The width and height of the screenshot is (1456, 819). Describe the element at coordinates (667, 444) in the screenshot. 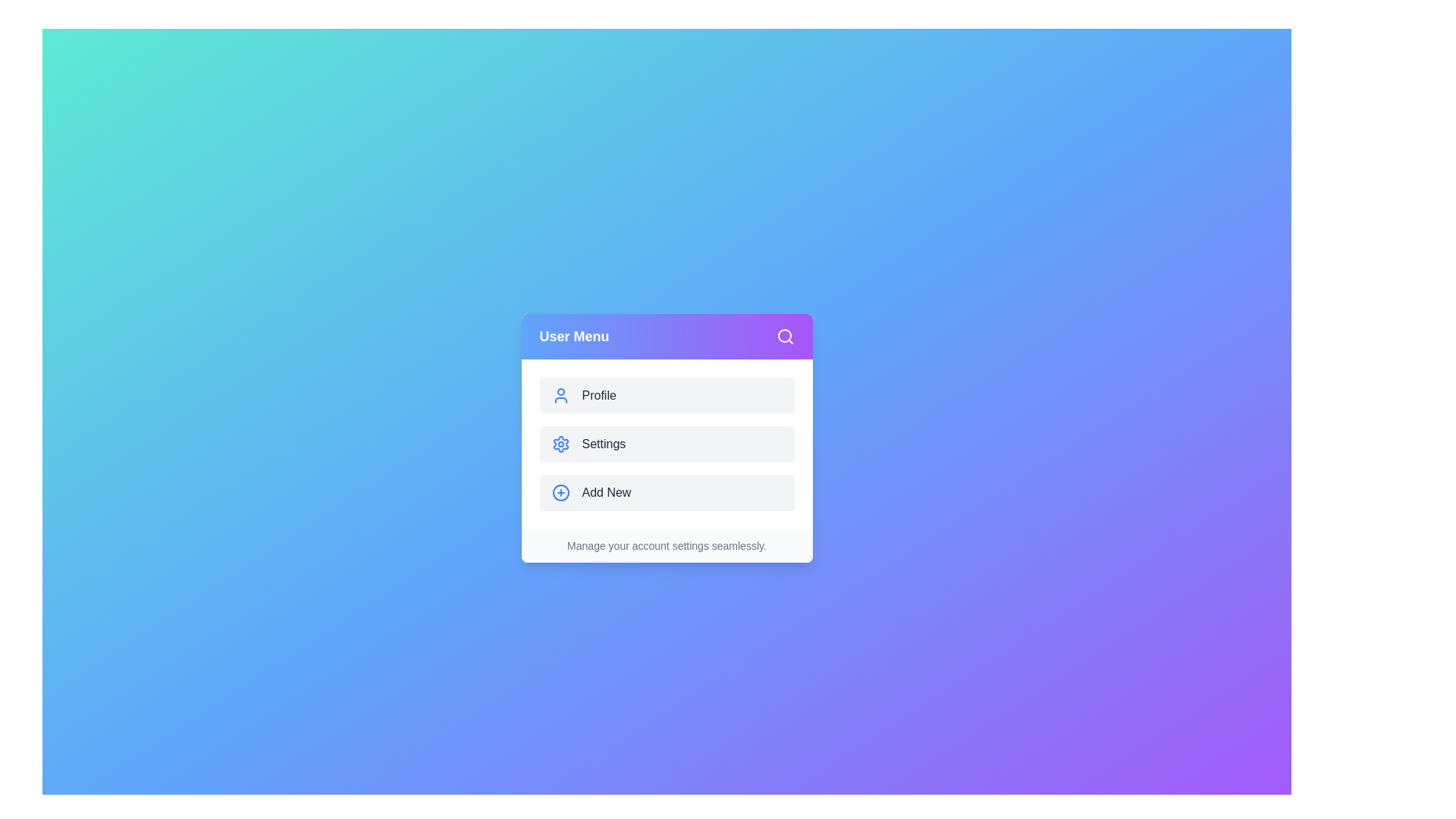

I see `the Settings button to observe its hover effect` at that location.